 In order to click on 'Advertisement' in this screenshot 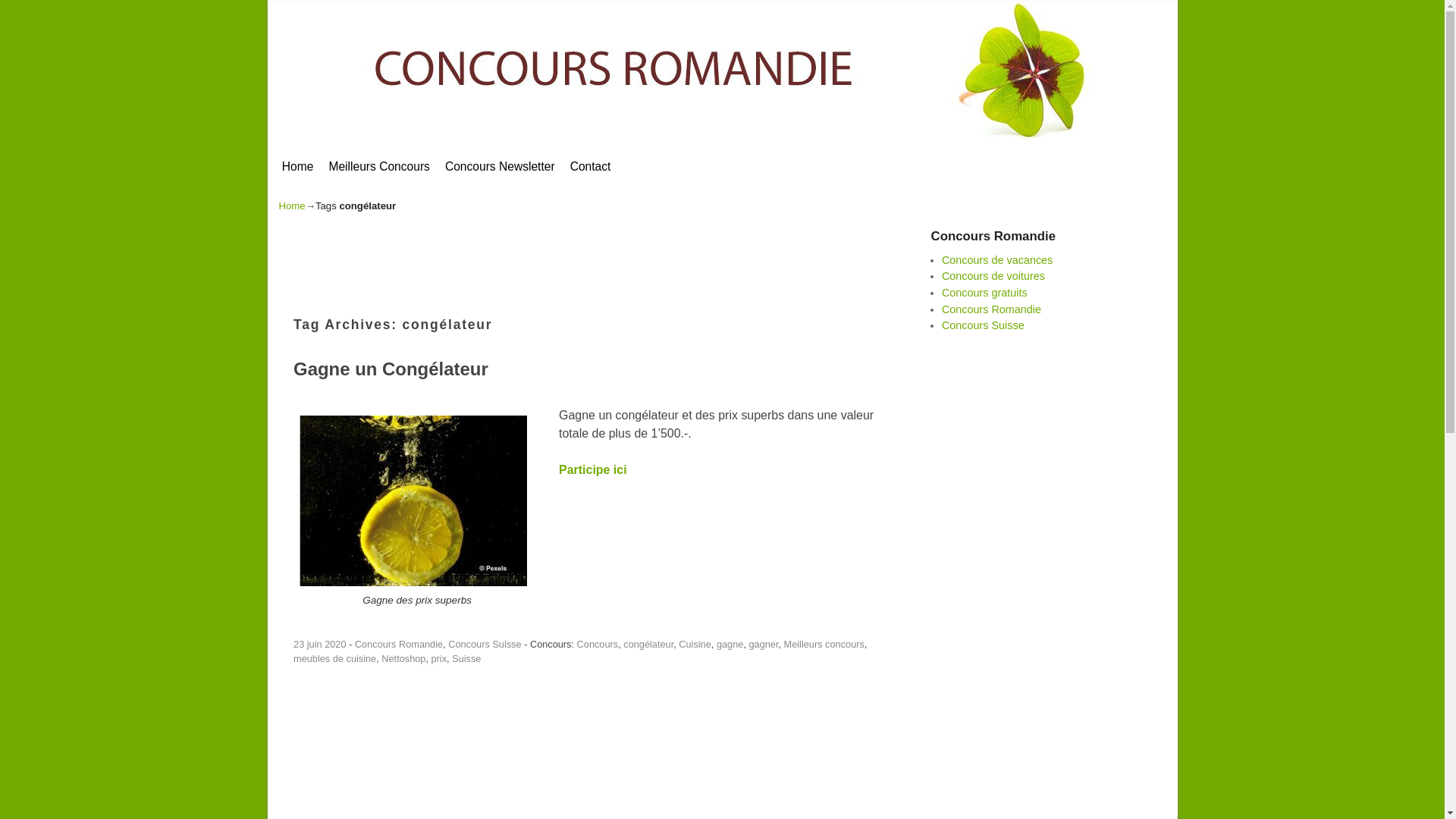, I will do `click(551, 736)`.